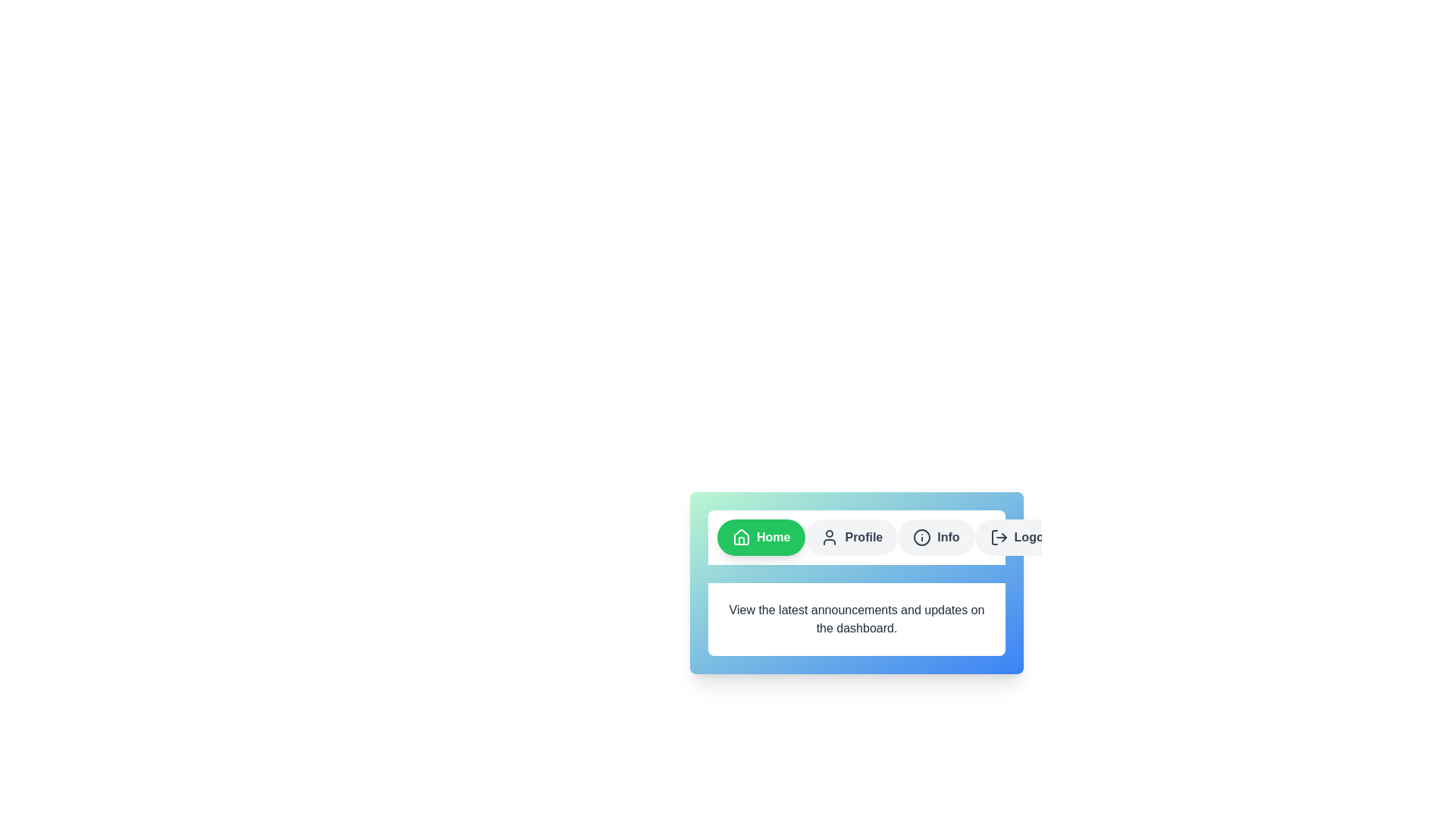 The image size is (1456, 819). Describe the element at coordinates (999, 537) in the screenshot. I see `the SVG icon representing the logout action, located in the upper middle section of the interface` at that location.